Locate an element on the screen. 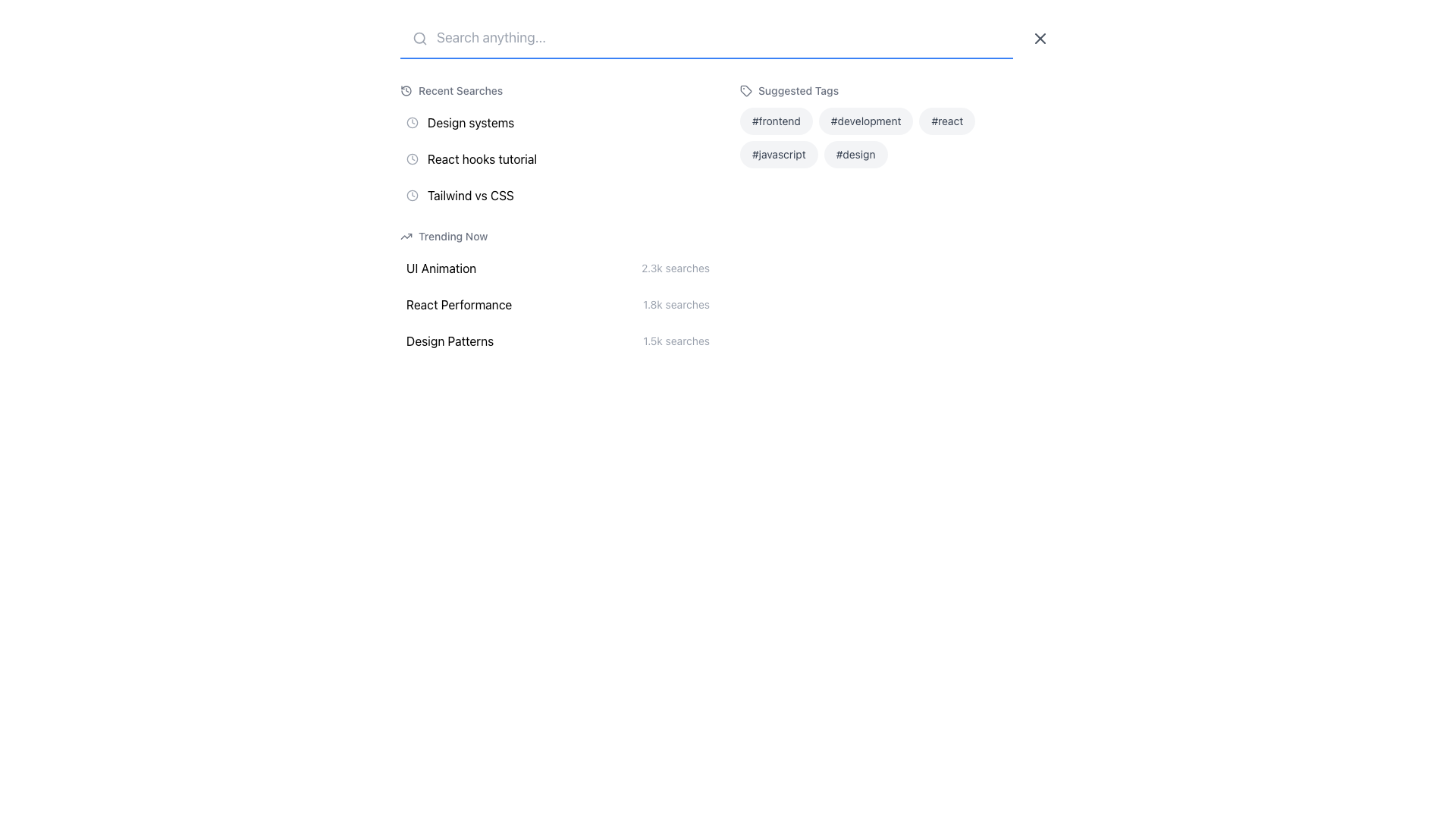  the tag-style button labeled '#javascript' located in the top-right section of the interface, part of the 'Suggested Tags' group, to filter or navigate based on the tag is located at coordinates (779, 155).